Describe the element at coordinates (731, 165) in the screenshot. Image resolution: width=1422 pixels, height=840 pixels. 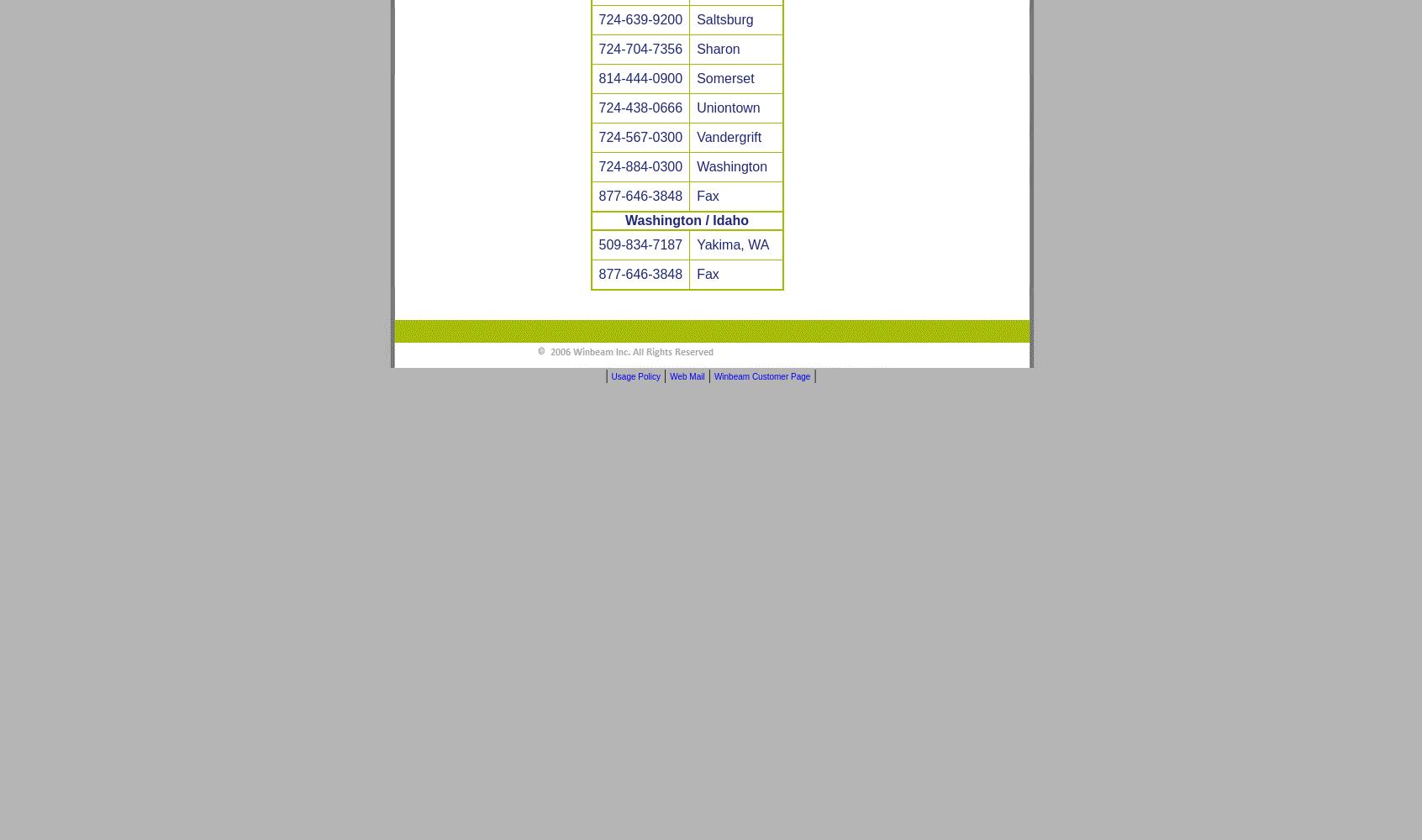
I see `'Washington'` at that location.